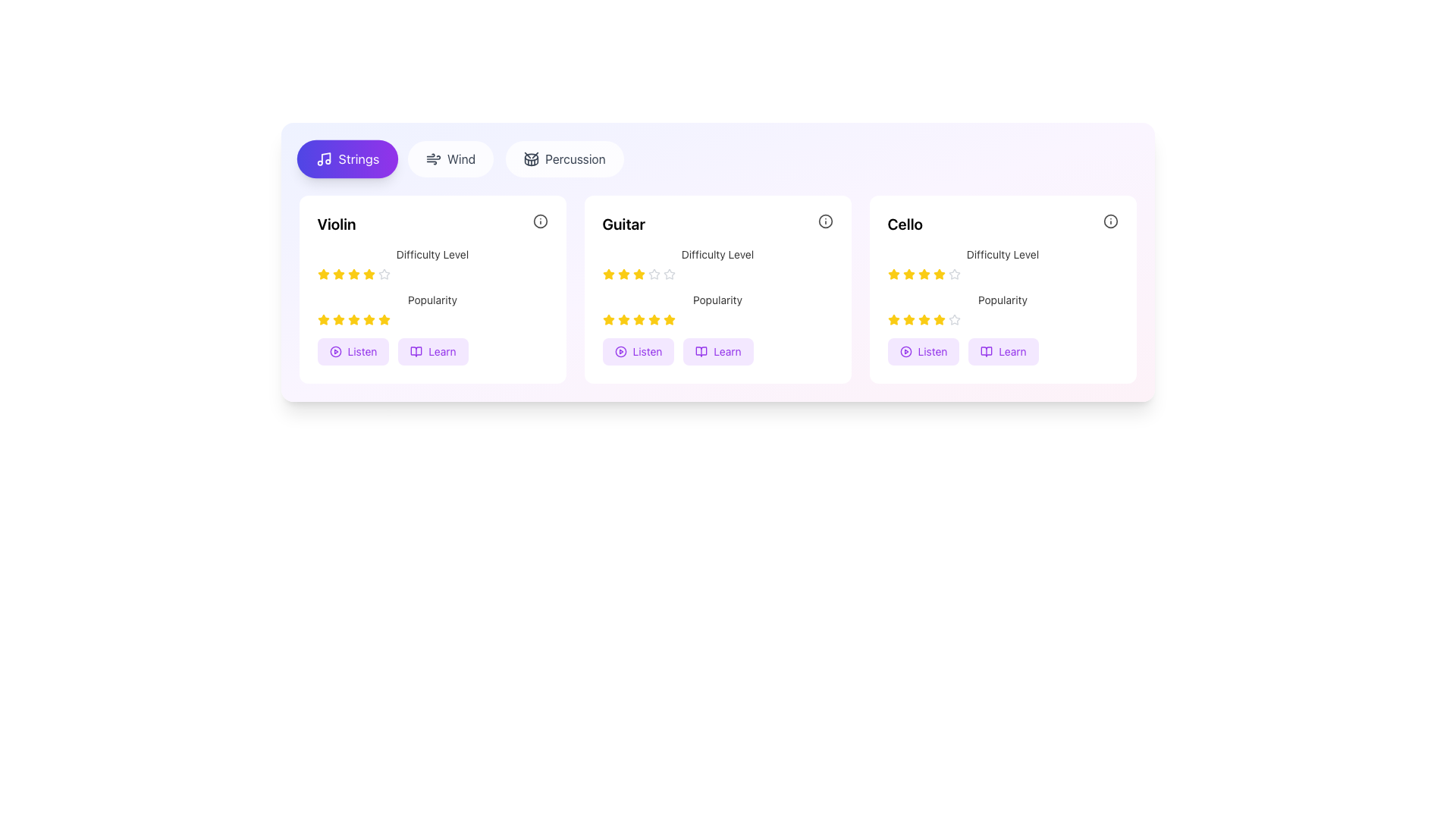  I want to click on the wind instruments filter button located between the 'Strings' and 'Percussion' buttons at the top of the interface for keyboard interaction, so click(450, 158).